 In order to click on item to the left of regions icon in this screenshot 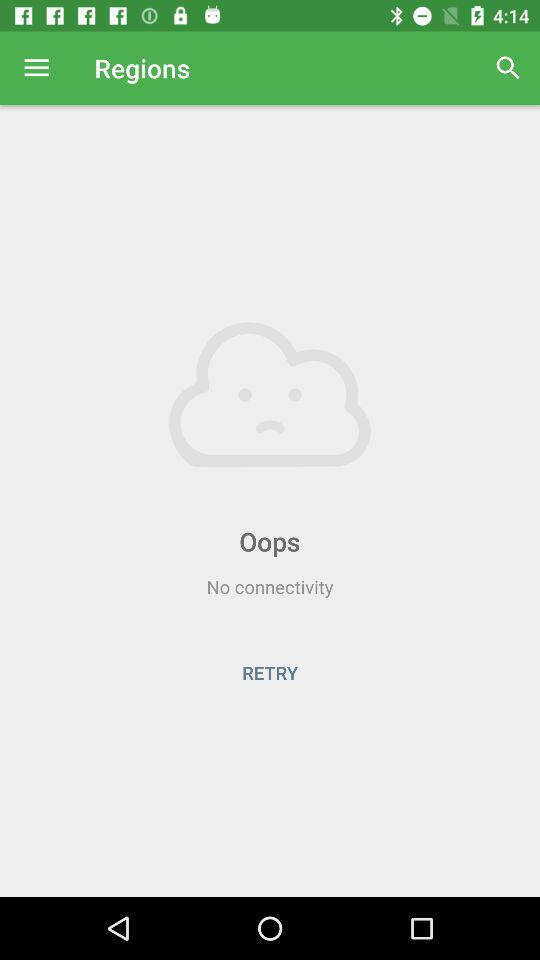, I will do `click(36, 68)`.